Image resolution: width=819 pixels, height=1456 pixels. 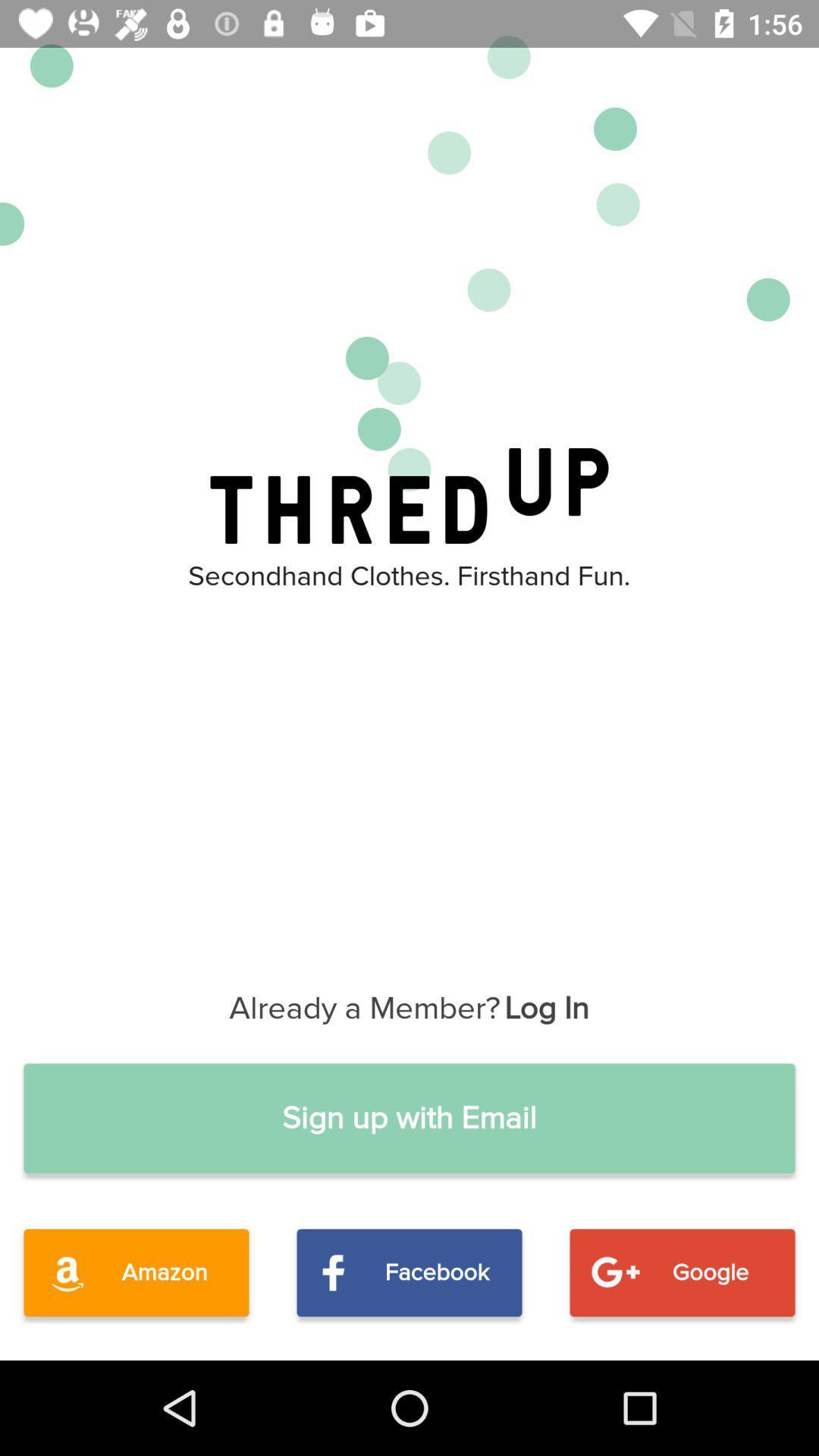 I want to click on the item above the amazon item, so click(x=409, y=1118).